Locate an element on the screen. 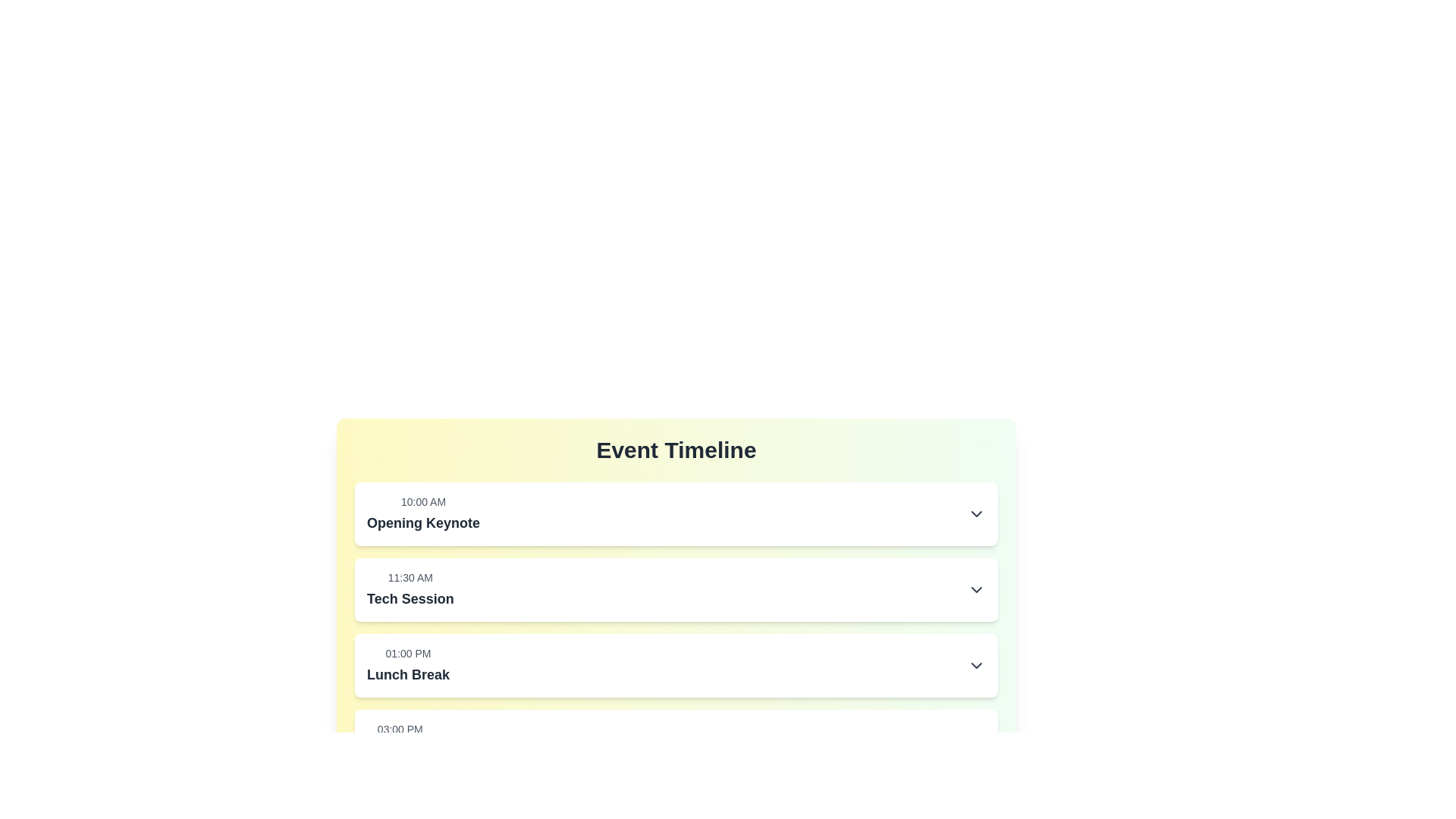  session time and title from the second card in the event timeline, which features an interactive dropdown chevron for additional options is located at coordinates (676, 589).